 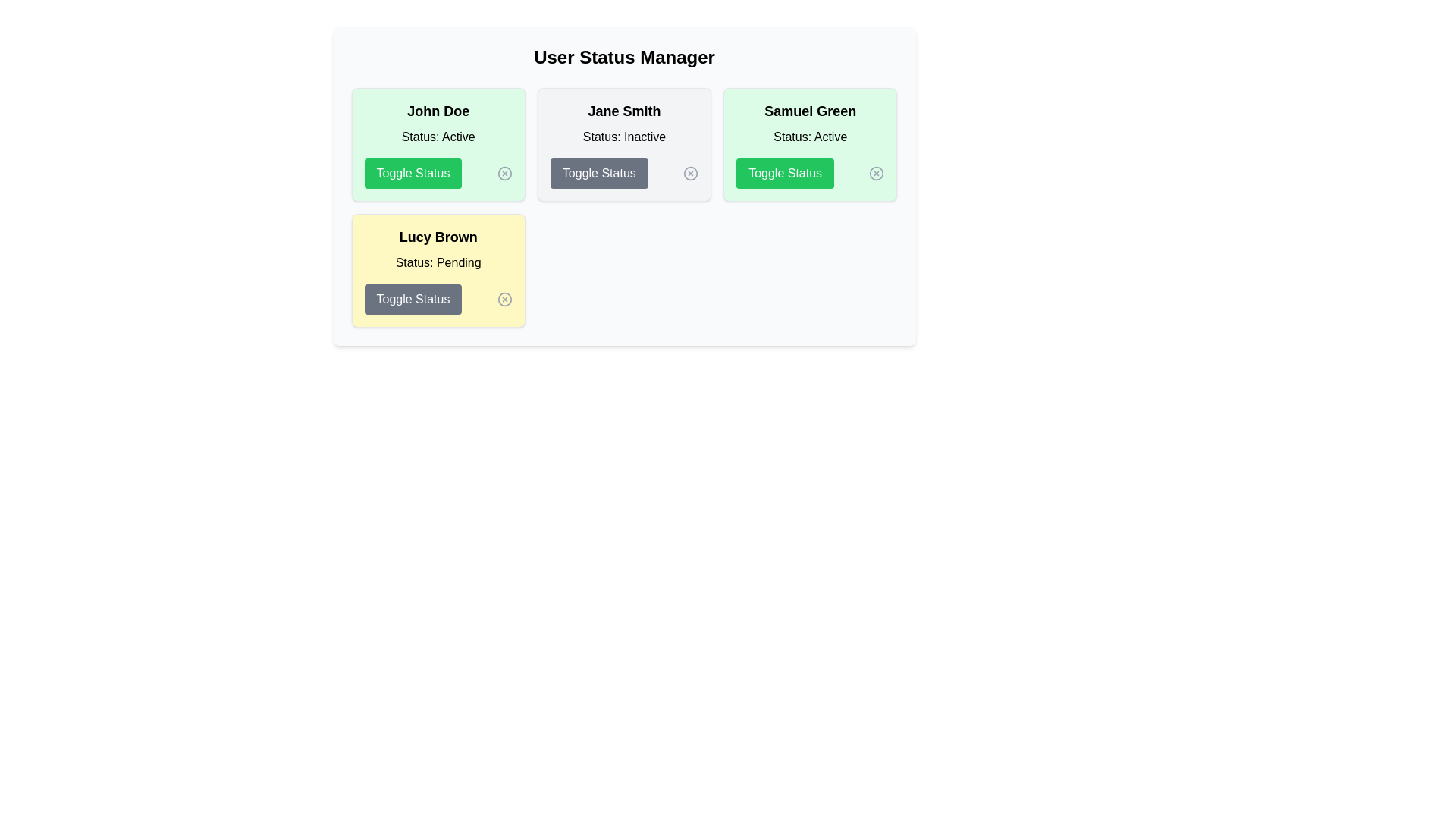 What do you see at coordinates (690, 172) in the screenshot?
I see `the 'XCircle' icon next to the user Jane Smith` at bounding box center [690, 172].